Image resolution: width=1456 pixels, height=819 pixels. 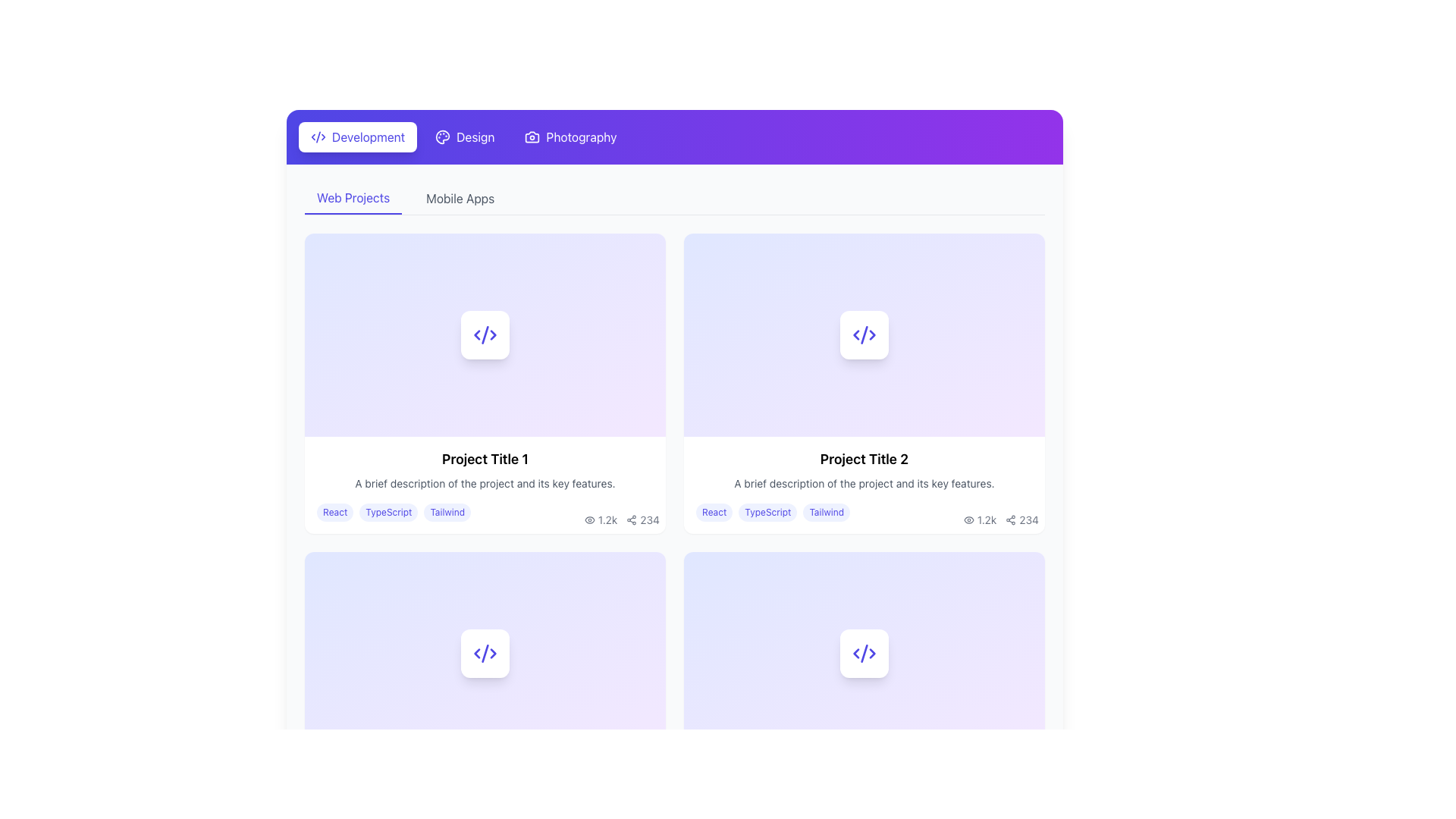 What do you see at coordinates (965, 570) in the screenshot?
I see `the first button in the bottom-right section of the second card in the grid layout` at bounding box center [965, 570].